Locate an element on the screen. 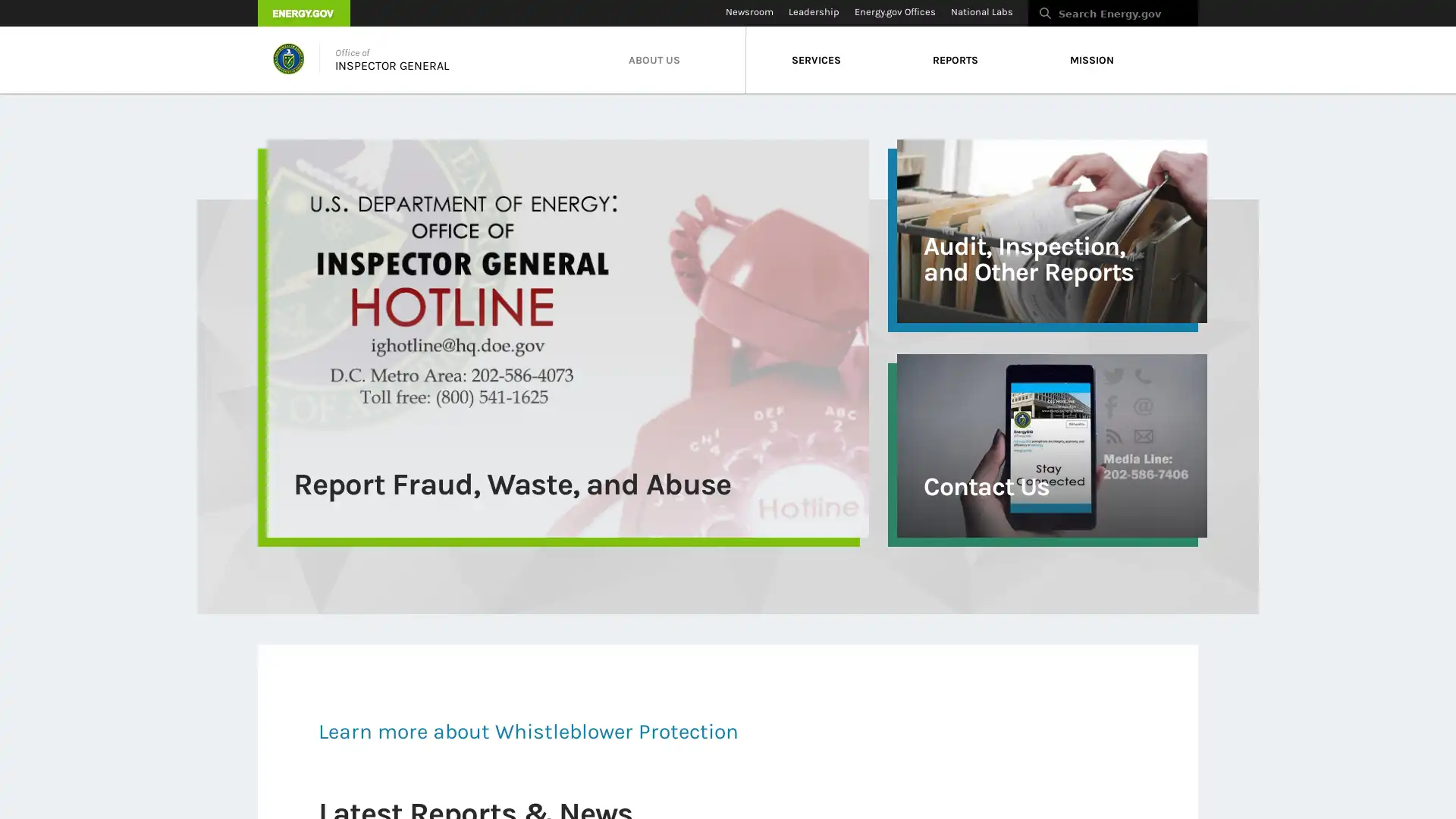 This screenshot has width=1456, height=819. SEARCH is located at coordinates (1214, 17).